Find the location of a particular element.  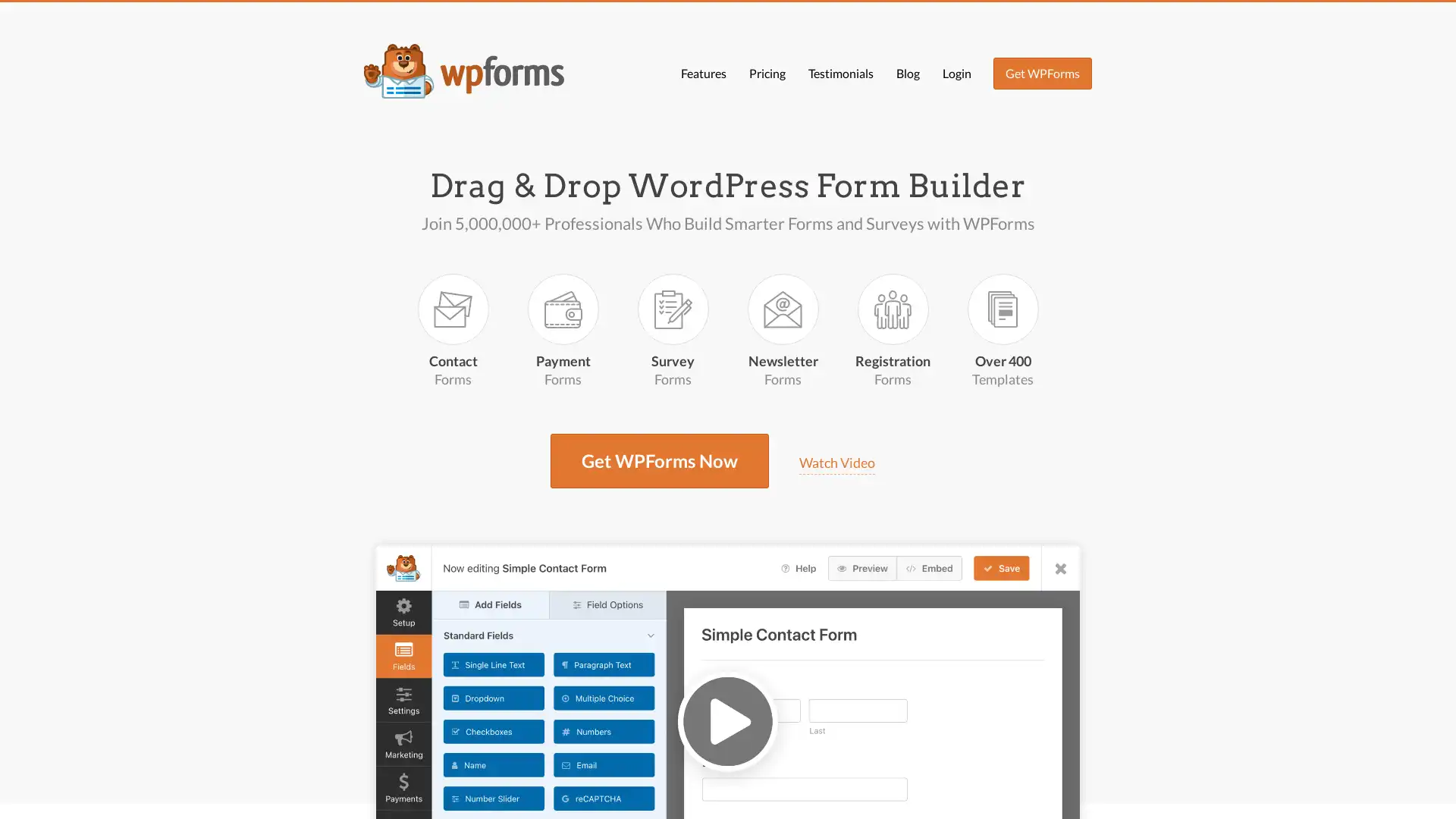

See User Reviews is located at coordinates (998, 791).